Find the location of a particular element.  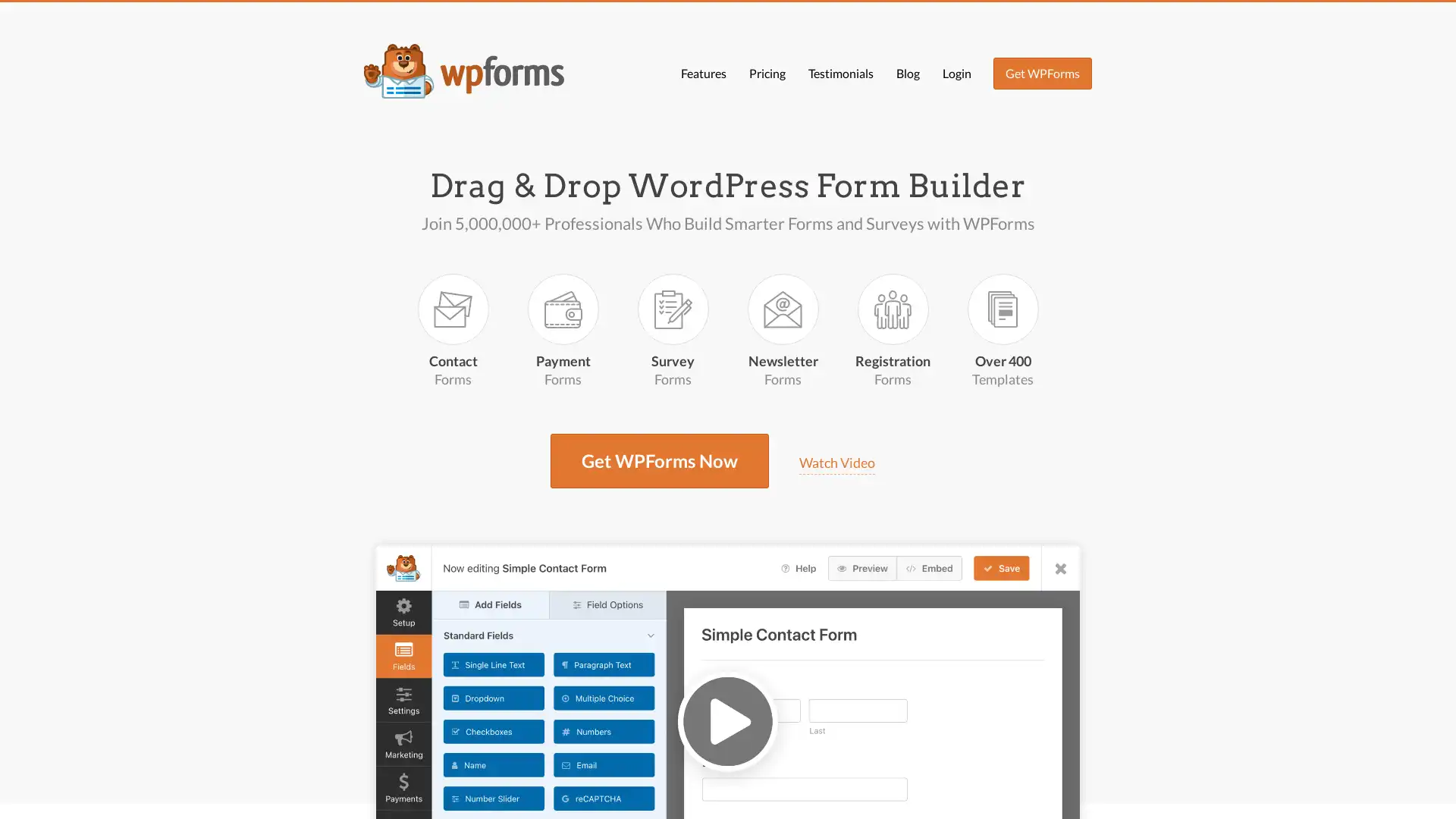

See User Reviews is located at coordinates (998, 791).